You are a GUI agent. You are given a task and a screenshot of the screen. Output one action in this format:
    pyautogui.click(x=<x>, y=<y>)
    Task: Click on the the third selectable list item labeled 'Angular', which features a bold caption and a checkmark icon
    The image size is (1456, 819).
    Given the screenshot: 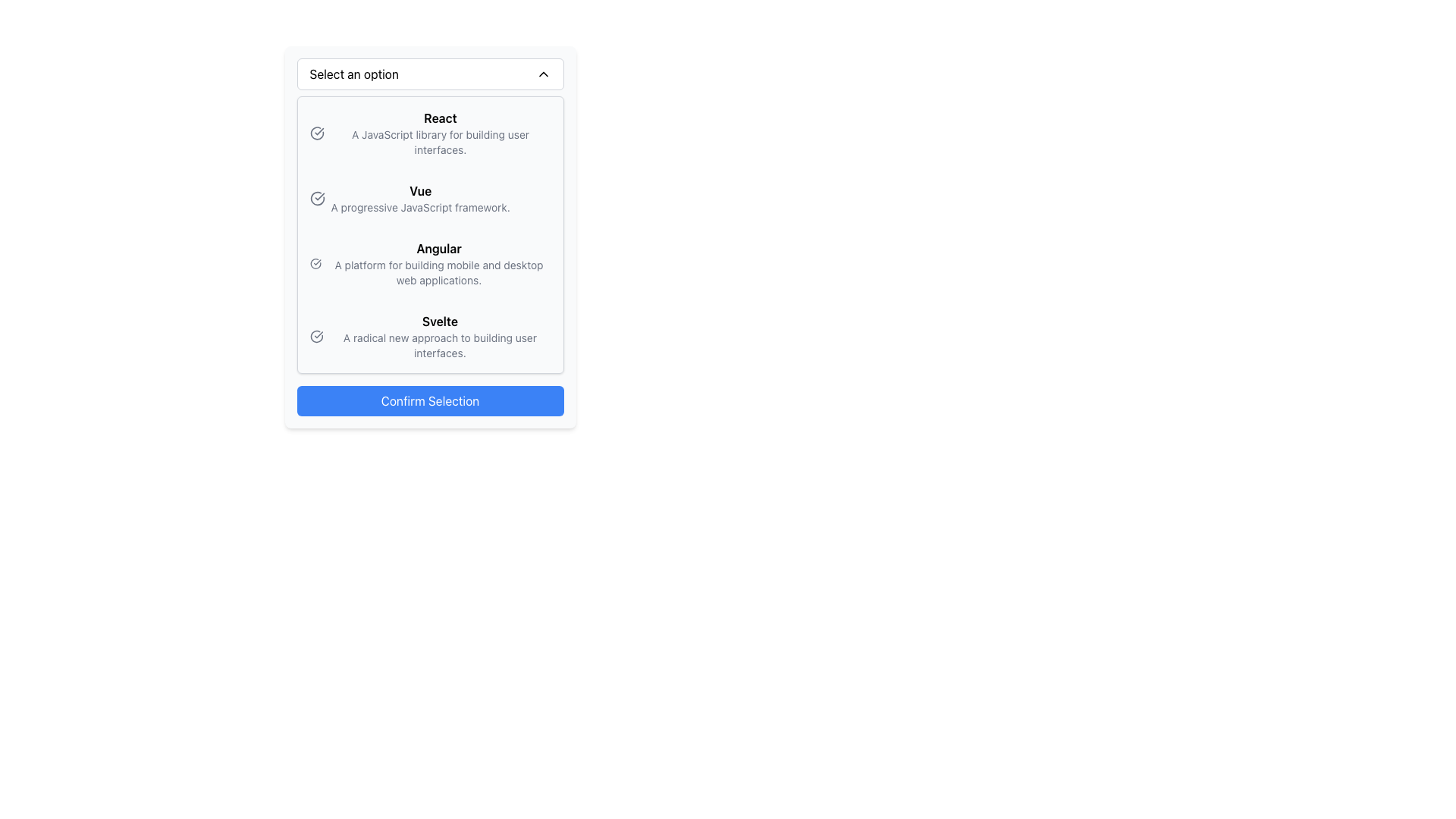 What is the action you would take?
    pyautogui.click(x=429, y=262)
    